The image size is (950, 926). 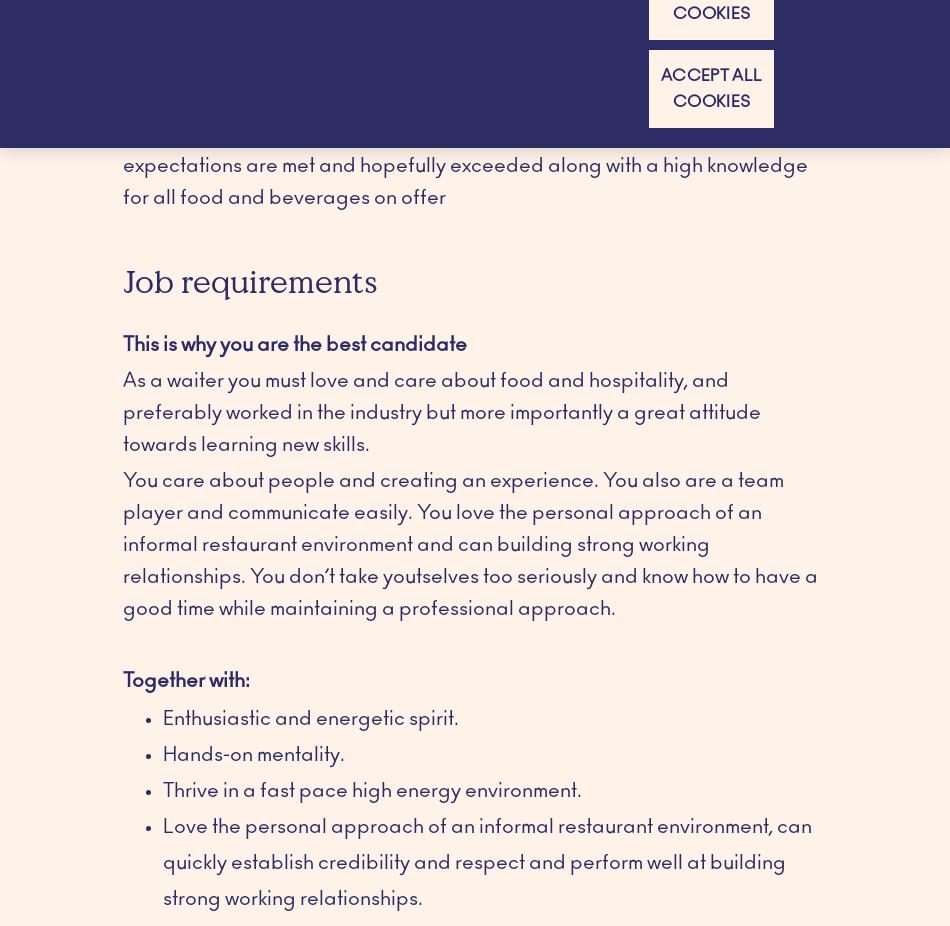 What do you see at coordinates (186, 678) in the screenshot?
I see `'Together with:'` at bounding box center [186, 678].